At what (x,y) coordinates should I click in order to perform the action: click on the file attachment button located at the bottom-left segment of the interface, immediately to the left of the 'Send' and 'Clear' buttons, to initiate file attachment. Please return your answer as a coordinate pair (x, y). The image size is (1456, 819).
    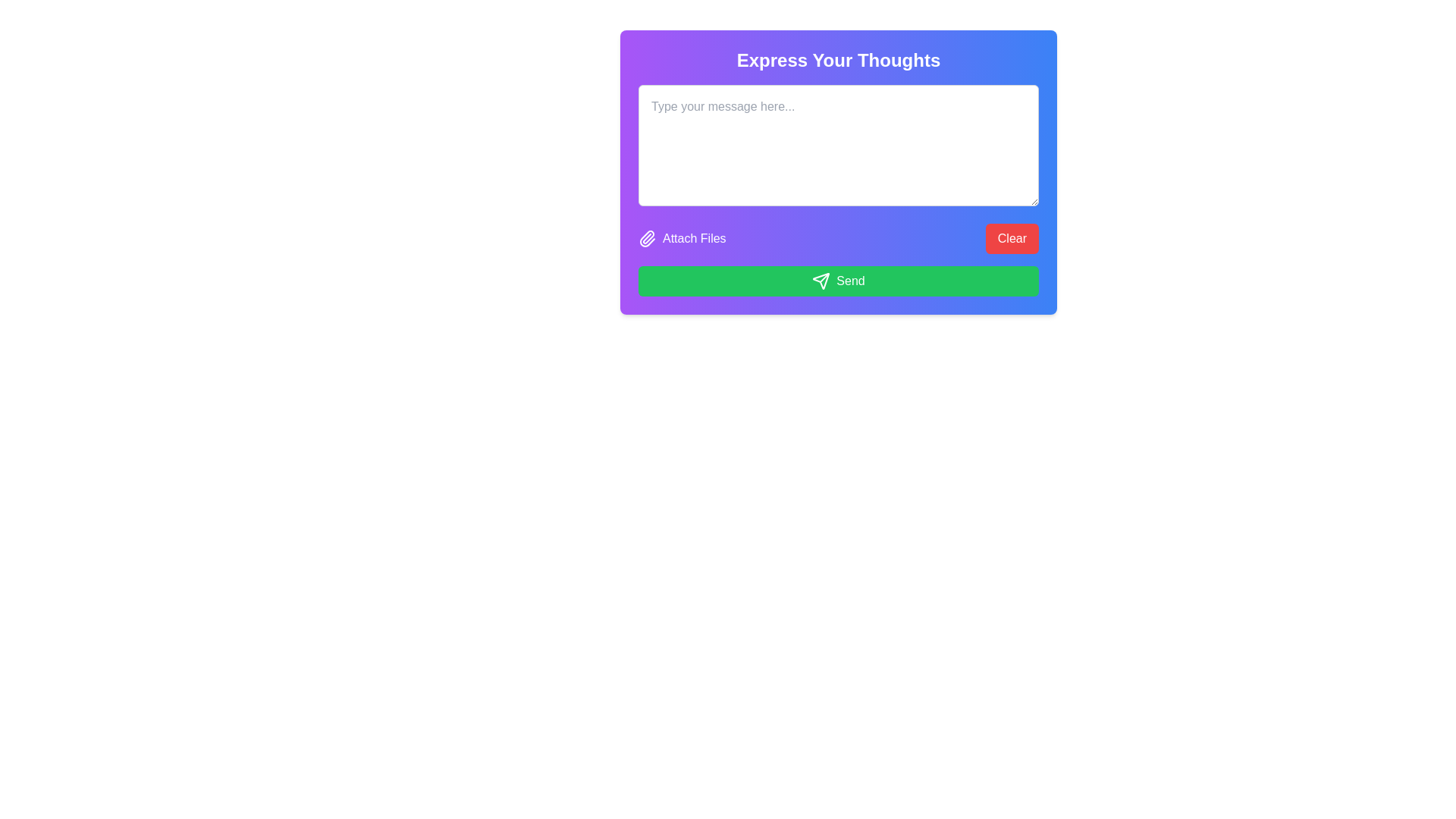
    Looking at the image, I should click on (681, 239).